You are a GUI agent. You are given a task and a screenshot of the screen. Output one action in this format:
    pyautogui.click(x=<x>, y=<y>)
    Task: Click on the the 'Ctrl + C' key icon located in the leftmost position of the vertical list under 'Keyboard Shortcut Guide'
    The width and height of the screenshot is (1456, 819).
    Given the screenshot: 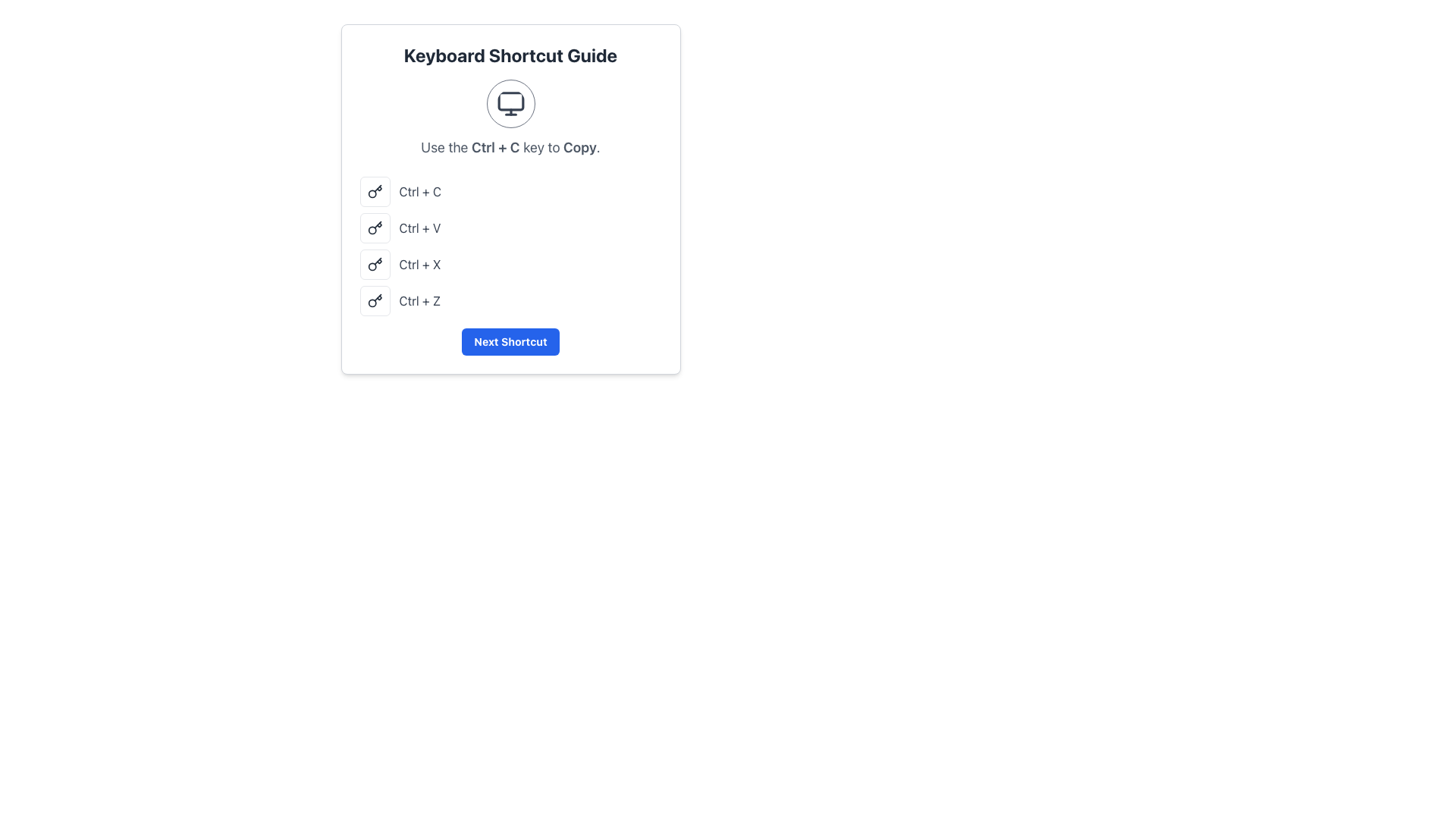 What is the action you would take?
    pyautogui.click(x=375, y=191)
    